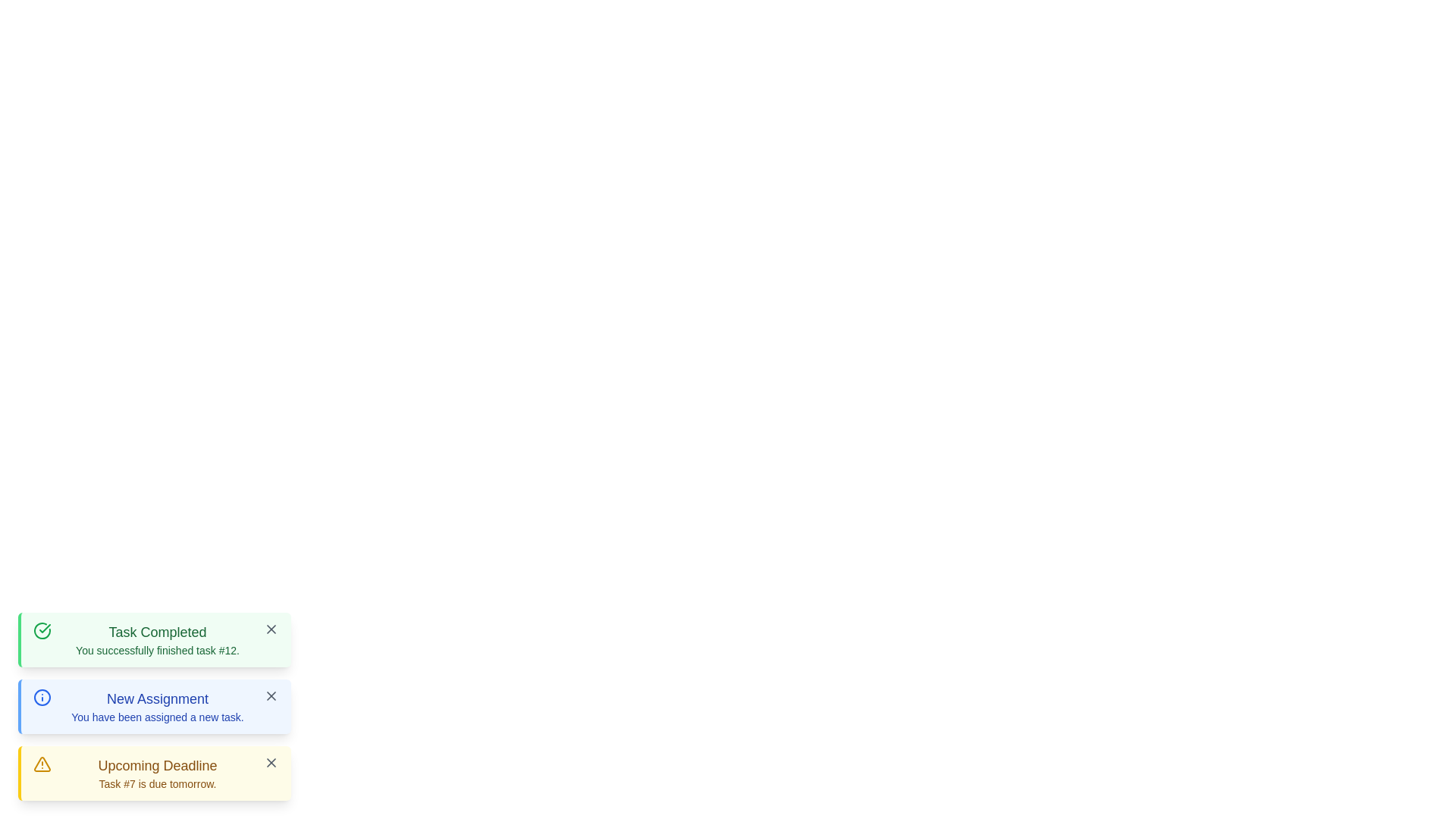 This screenshot has width=1456, height=819. Describe the element at coordinates (157, 698) in the screenshot. I see `the 'New Assignment' text label, which is styled in bold and medium-sized font, located in the second notification box above the message 'You have been assigned a new task.'` at that location.